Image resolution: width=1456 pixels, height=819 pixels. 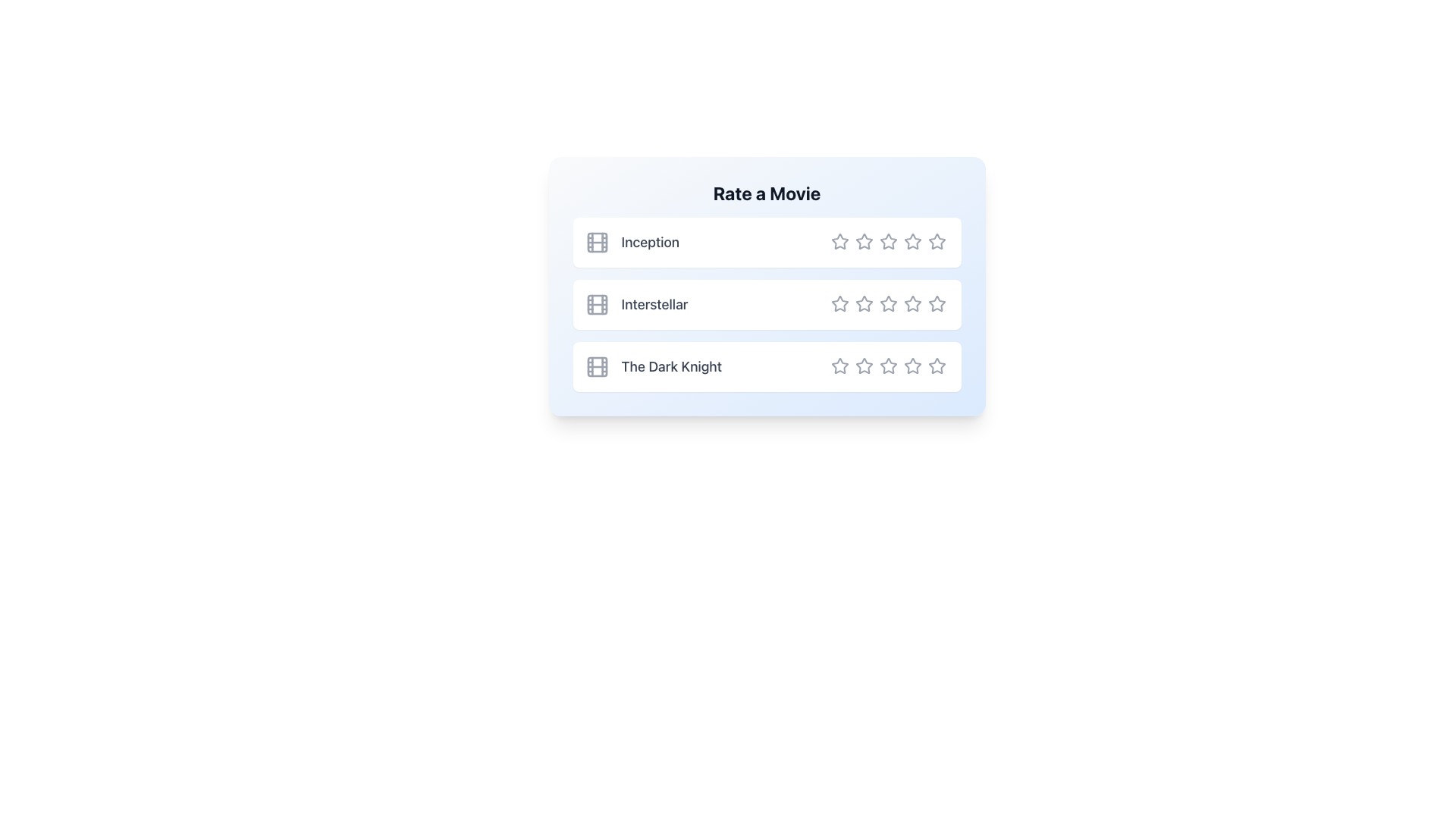 I want to click on the third star icon in the 'Rate a Movie' section for the movie 'Interstellar' to assign a rating, so click(x=839, y=304).